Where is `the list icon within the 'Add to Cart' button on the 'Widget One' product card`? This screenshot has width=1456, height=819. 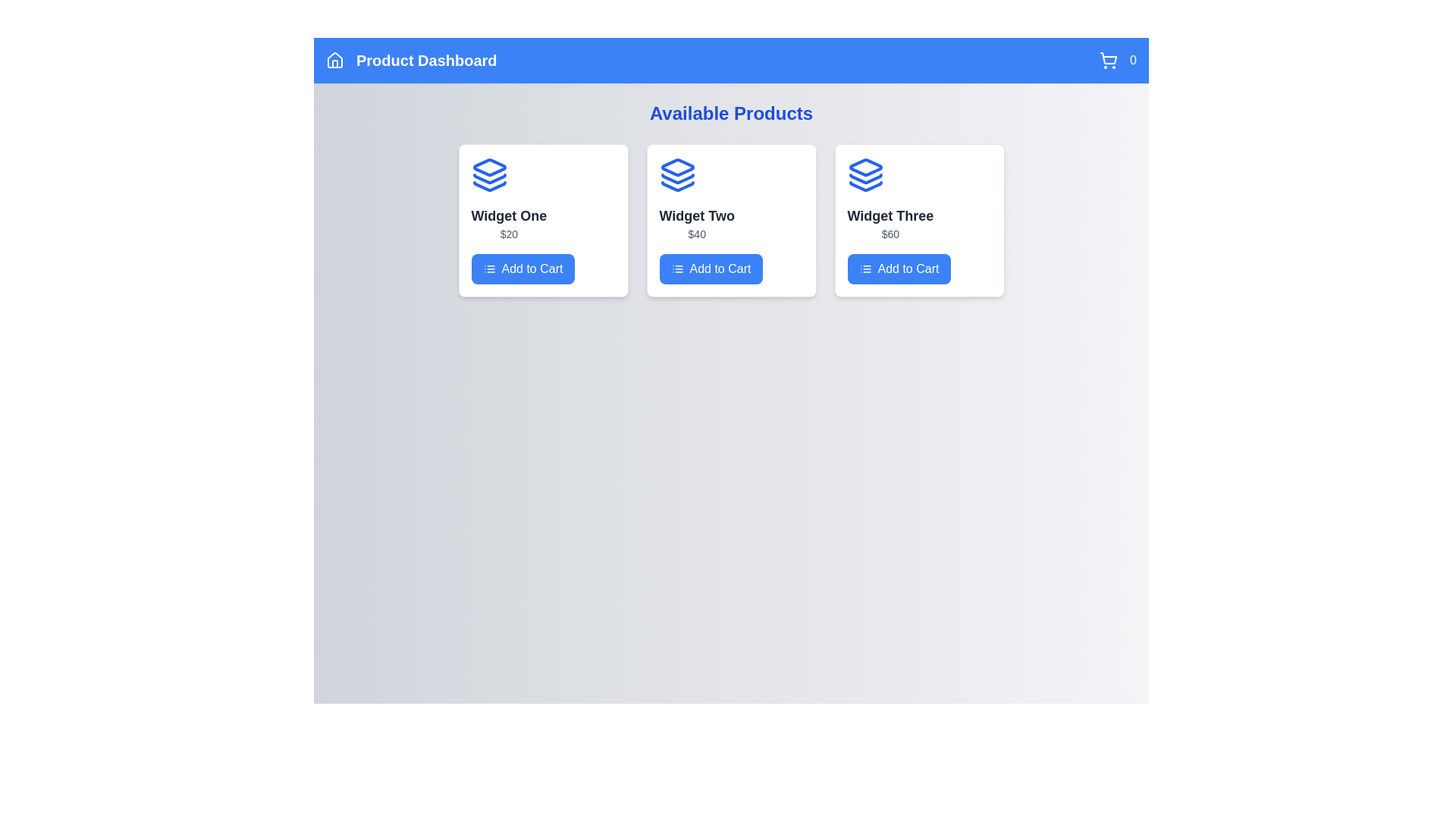
the list icon within the 'Add to Cart' button on the 'Widget One' product card is located at coordinates (489, 268).